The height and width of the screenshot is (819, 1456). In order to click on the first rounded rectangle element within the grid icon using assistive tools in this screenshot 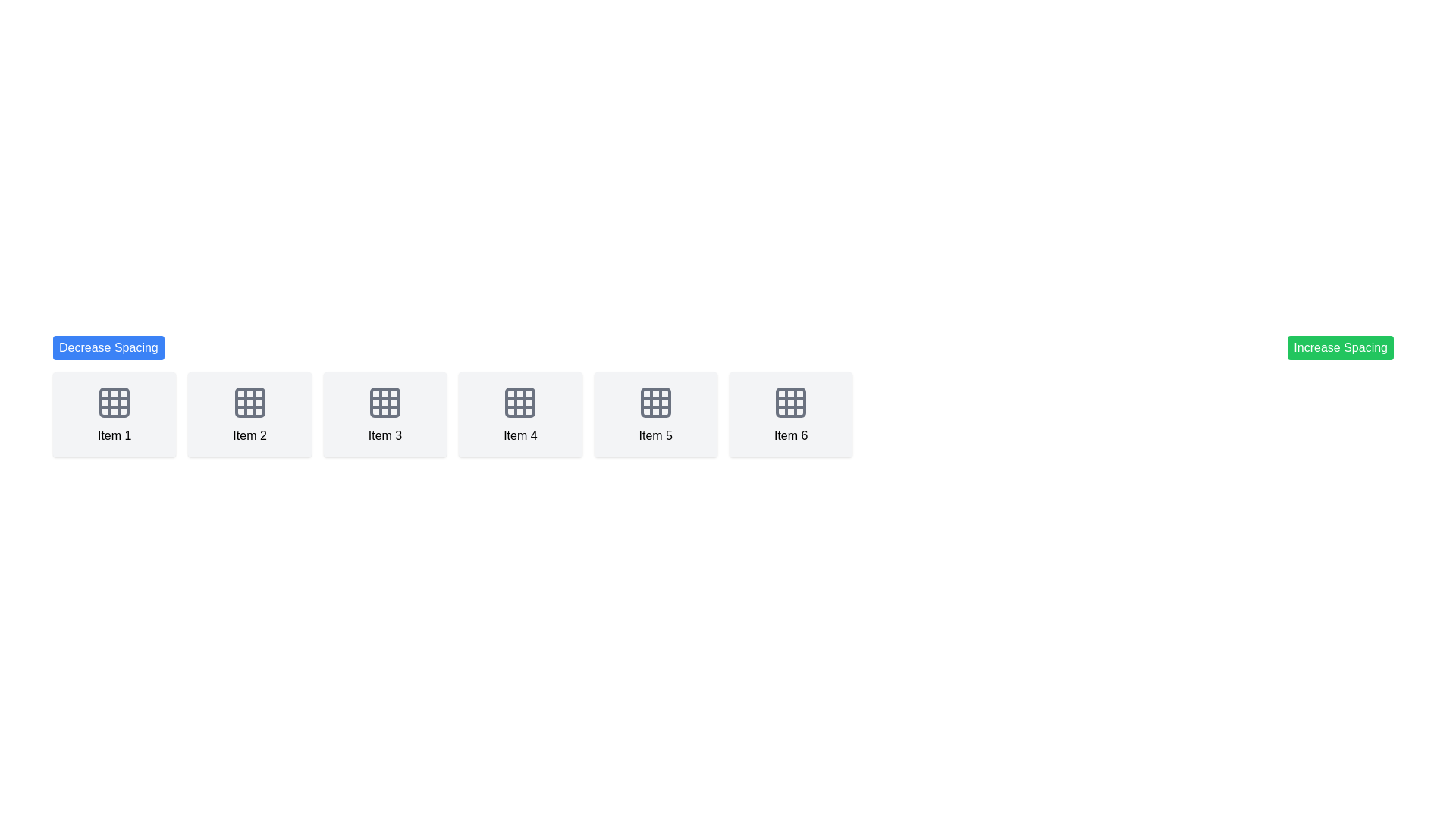, I will do `click(114, 402)`.